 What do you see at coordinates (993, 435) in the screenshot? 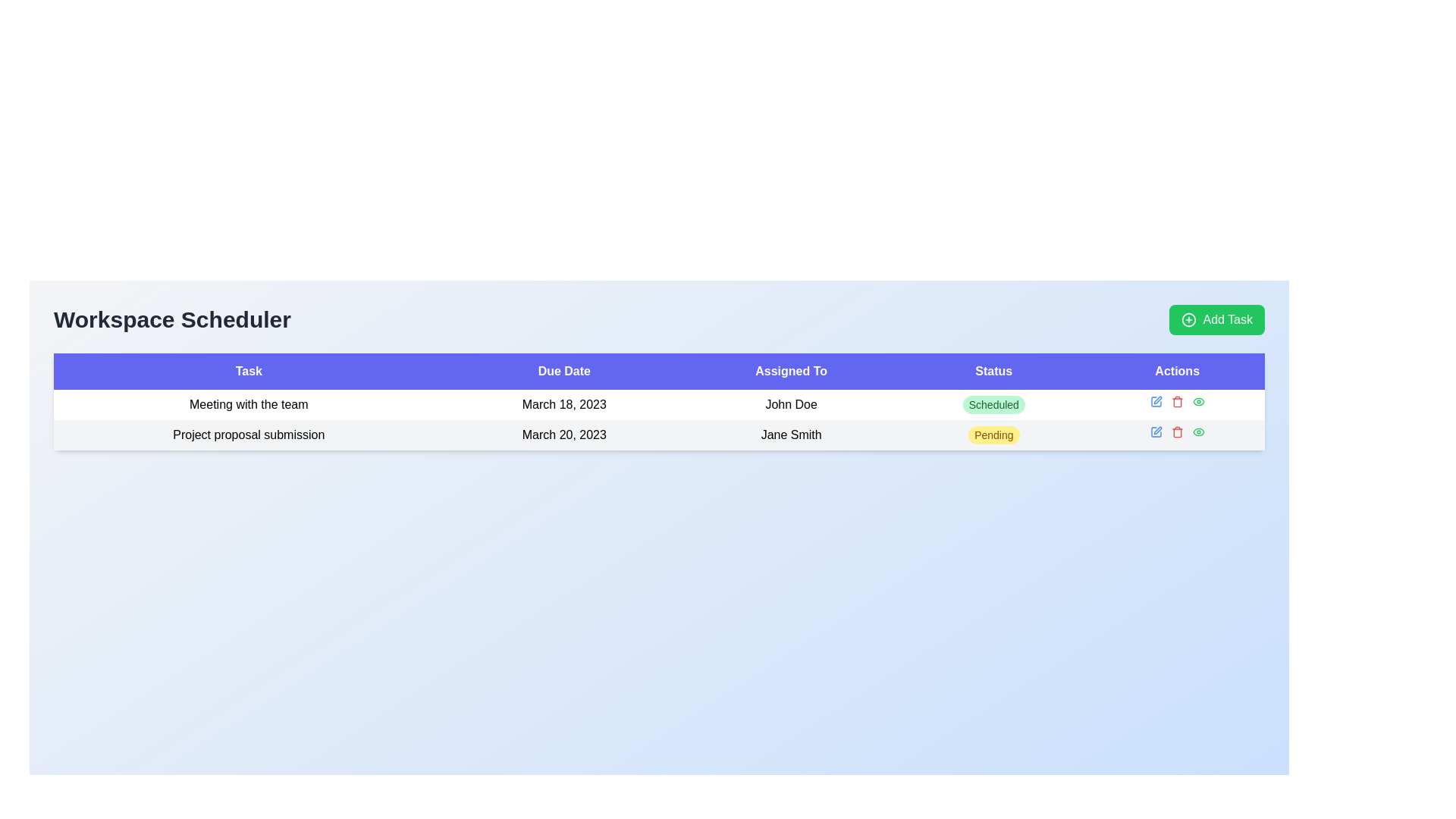
I see `the status label indicating 'pending' for the 'Project proposal submission' task assigned to 'Jane Smith'` at bounding box center [993, 435].